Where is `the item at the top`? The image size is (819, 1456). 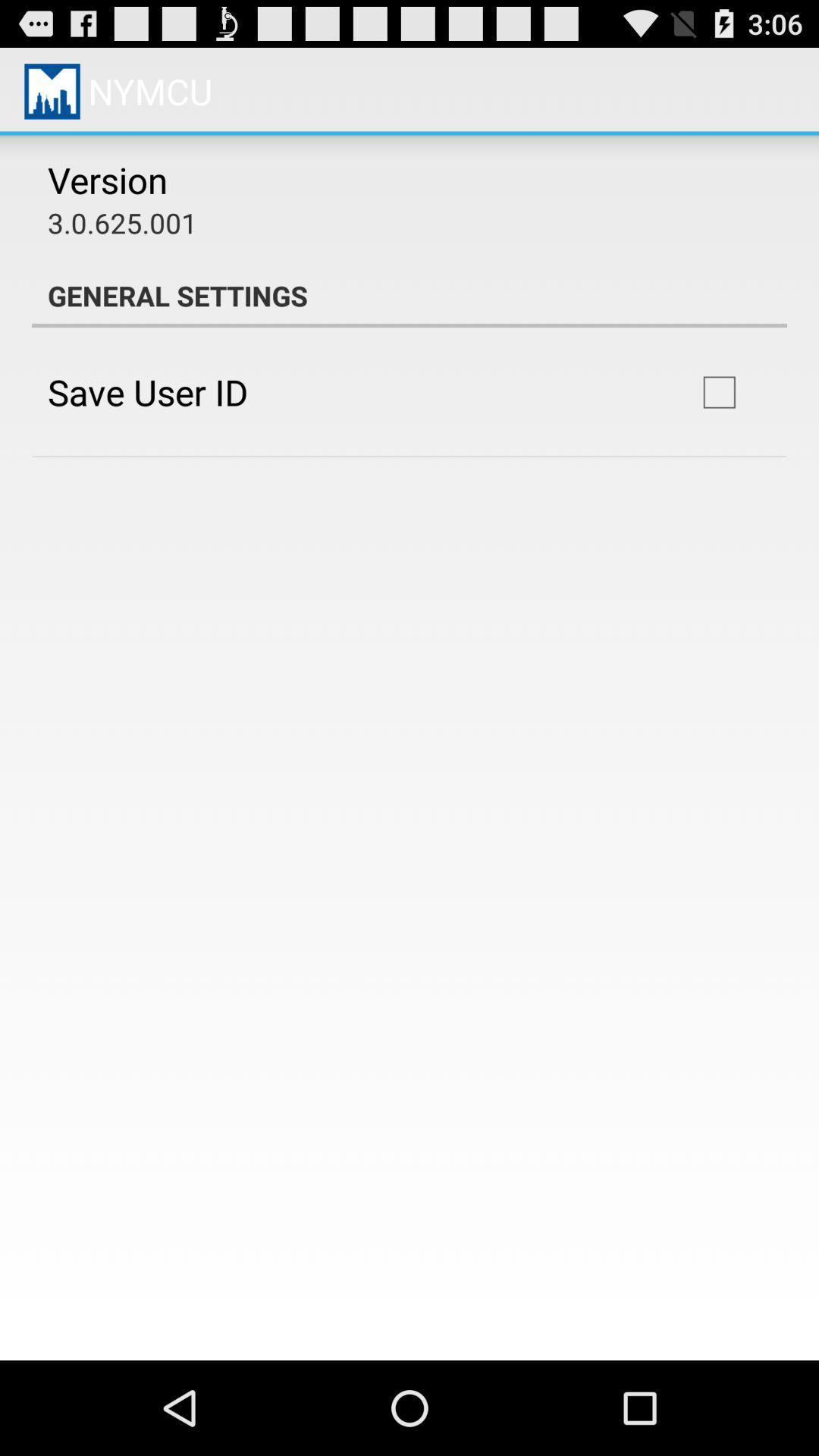
the item at the top is located at coordinates (409, 295).